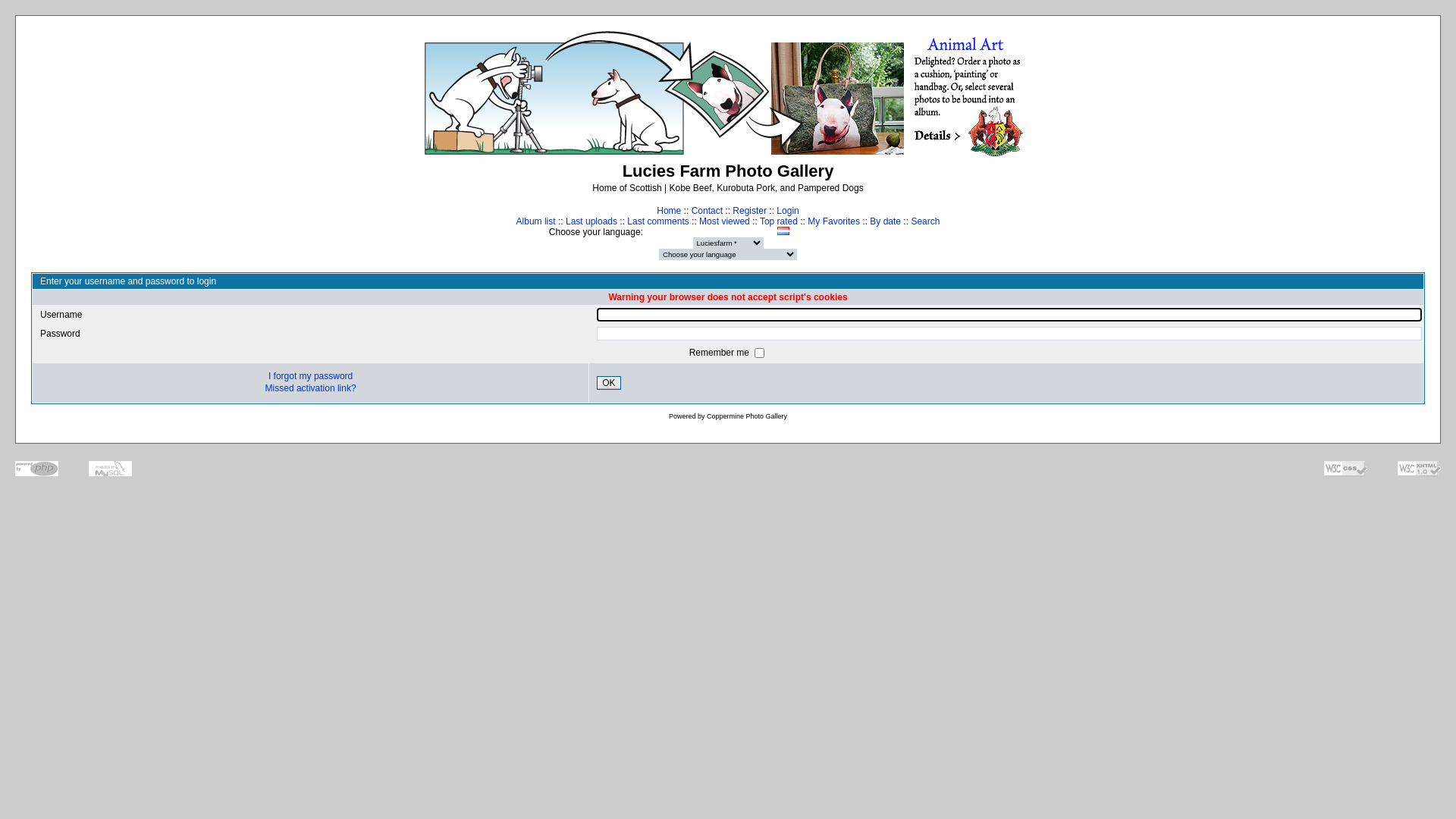 This screenshot has height=819, width=1456. What do you see at coordinates (309, 375) in the screenshot?
I see `'I forgot my password'` at bounding box center [309, 375].